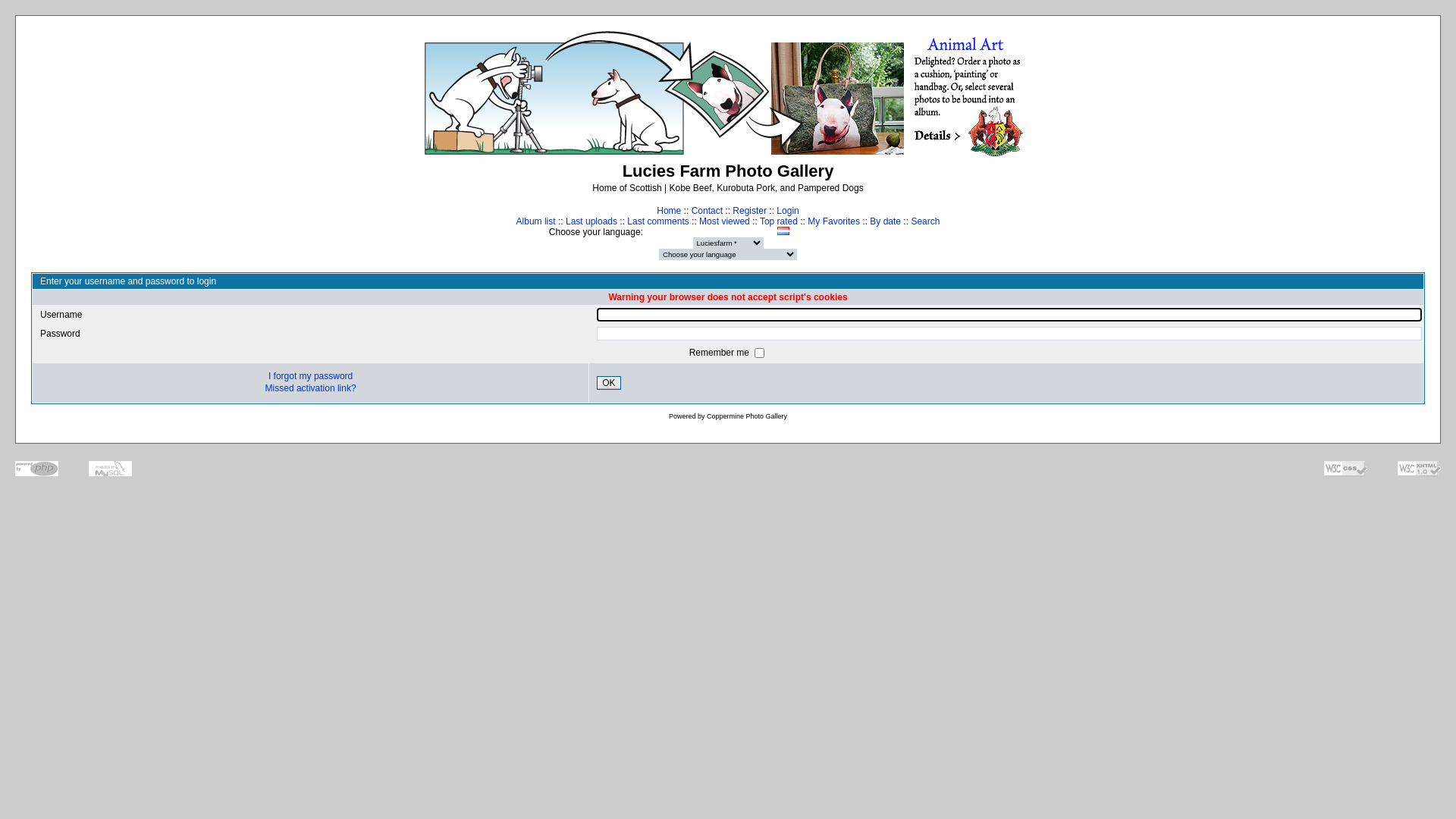 This screenshot has height=819, width=1456. What do you see at coordinates (309, 375) in the screenshot?
I see `'I forgot my password'` at bounding box center [309, 375].